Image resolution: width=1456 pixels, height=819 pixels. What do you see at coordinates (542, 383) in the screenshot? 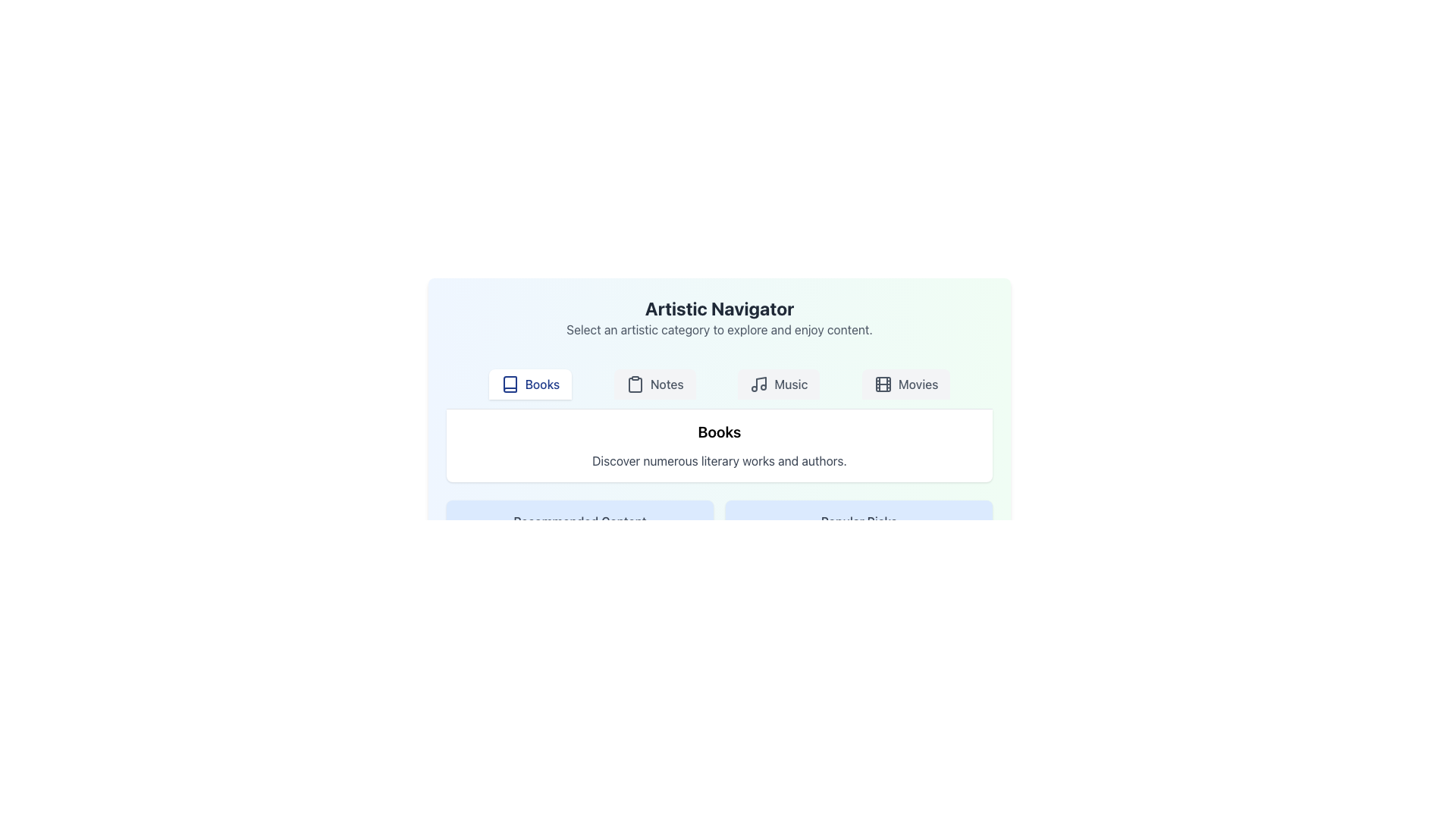
I see `the 'Books' category text label within its button to trigger style changes` at bounding box center [542, 383].